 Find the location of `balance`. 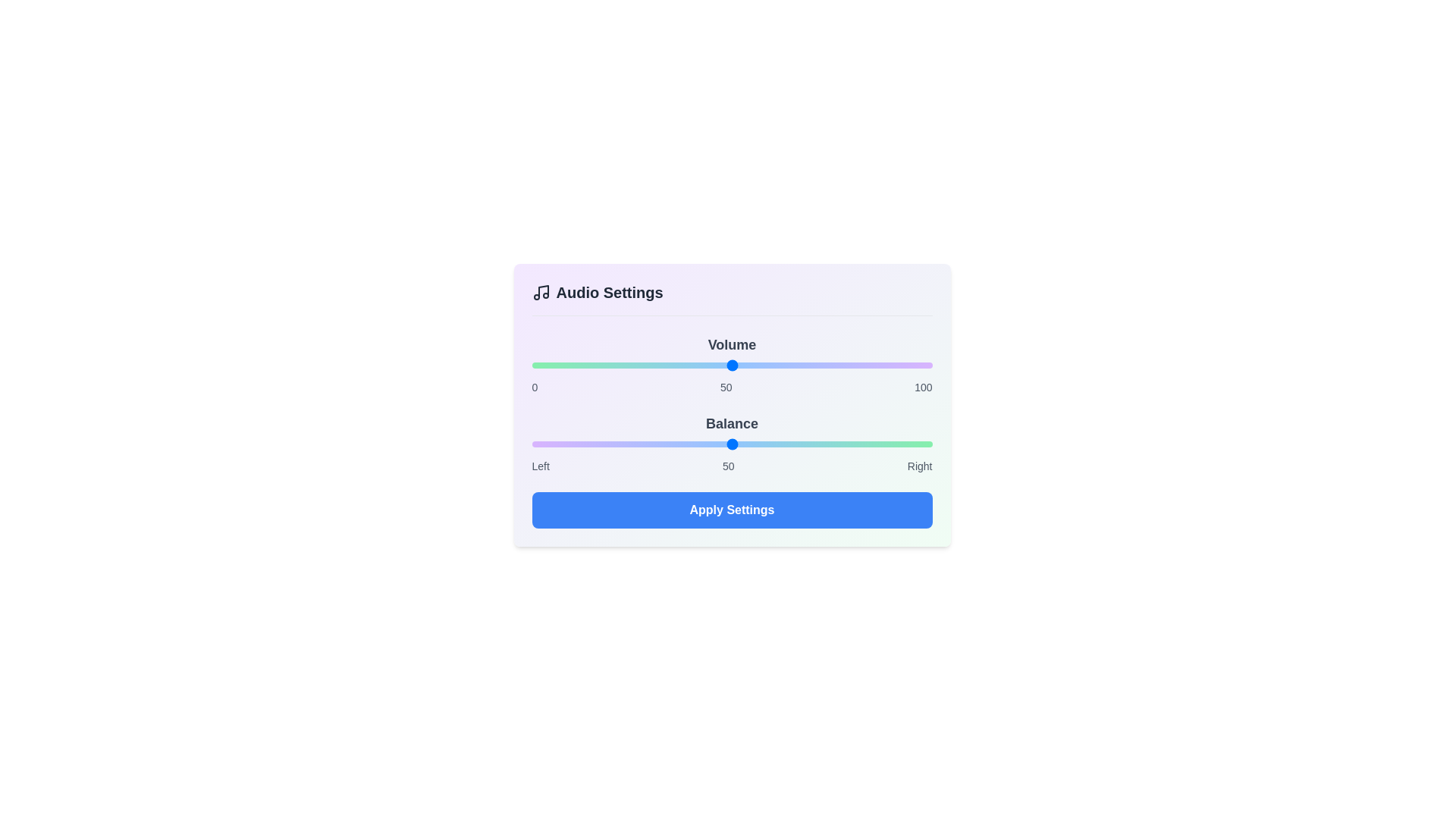

balance is located at coordinates (616, 444).